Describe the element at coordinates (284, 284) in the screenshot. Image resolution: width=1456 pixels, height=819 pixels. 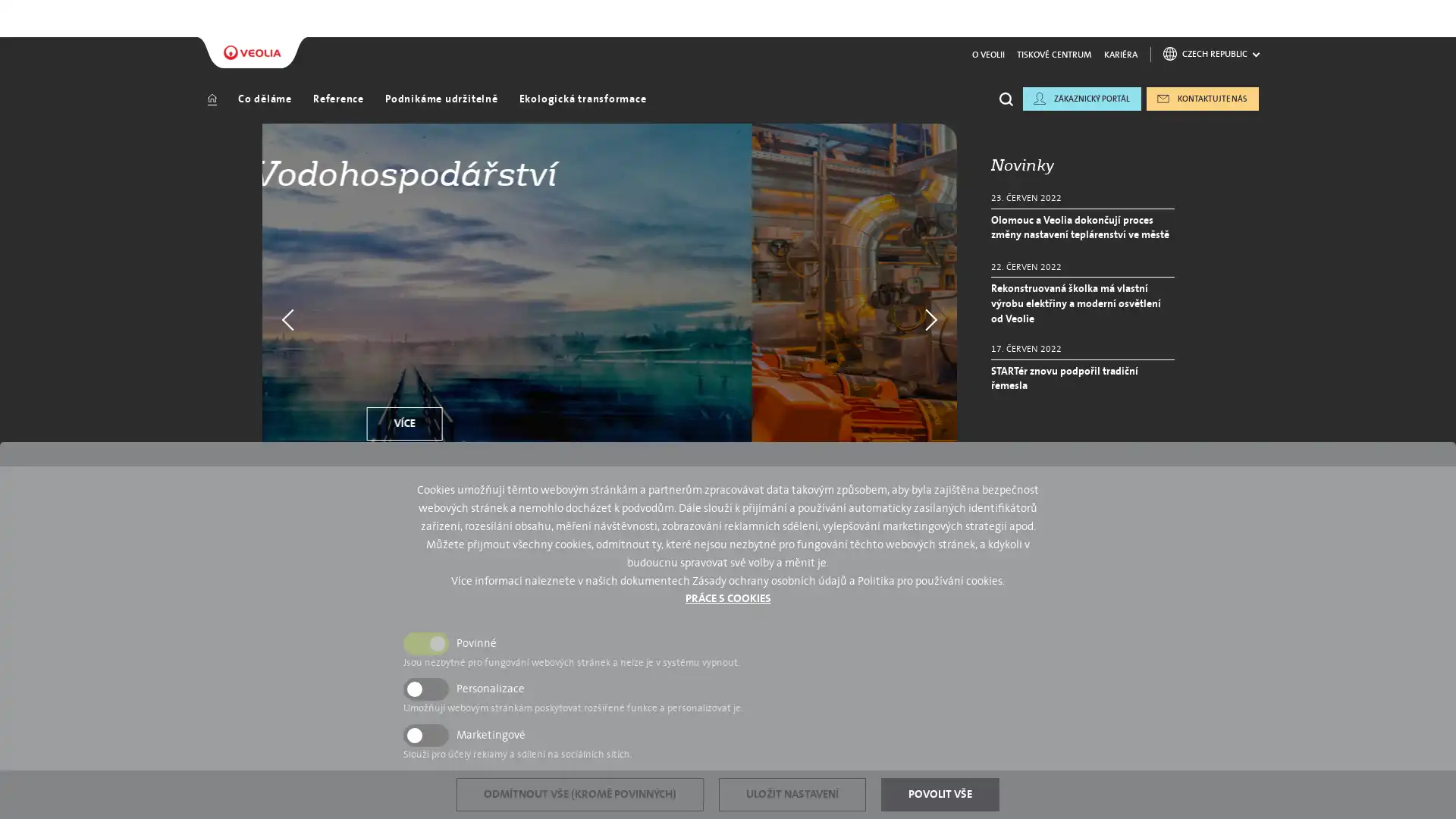
I see `Previous` at that location.